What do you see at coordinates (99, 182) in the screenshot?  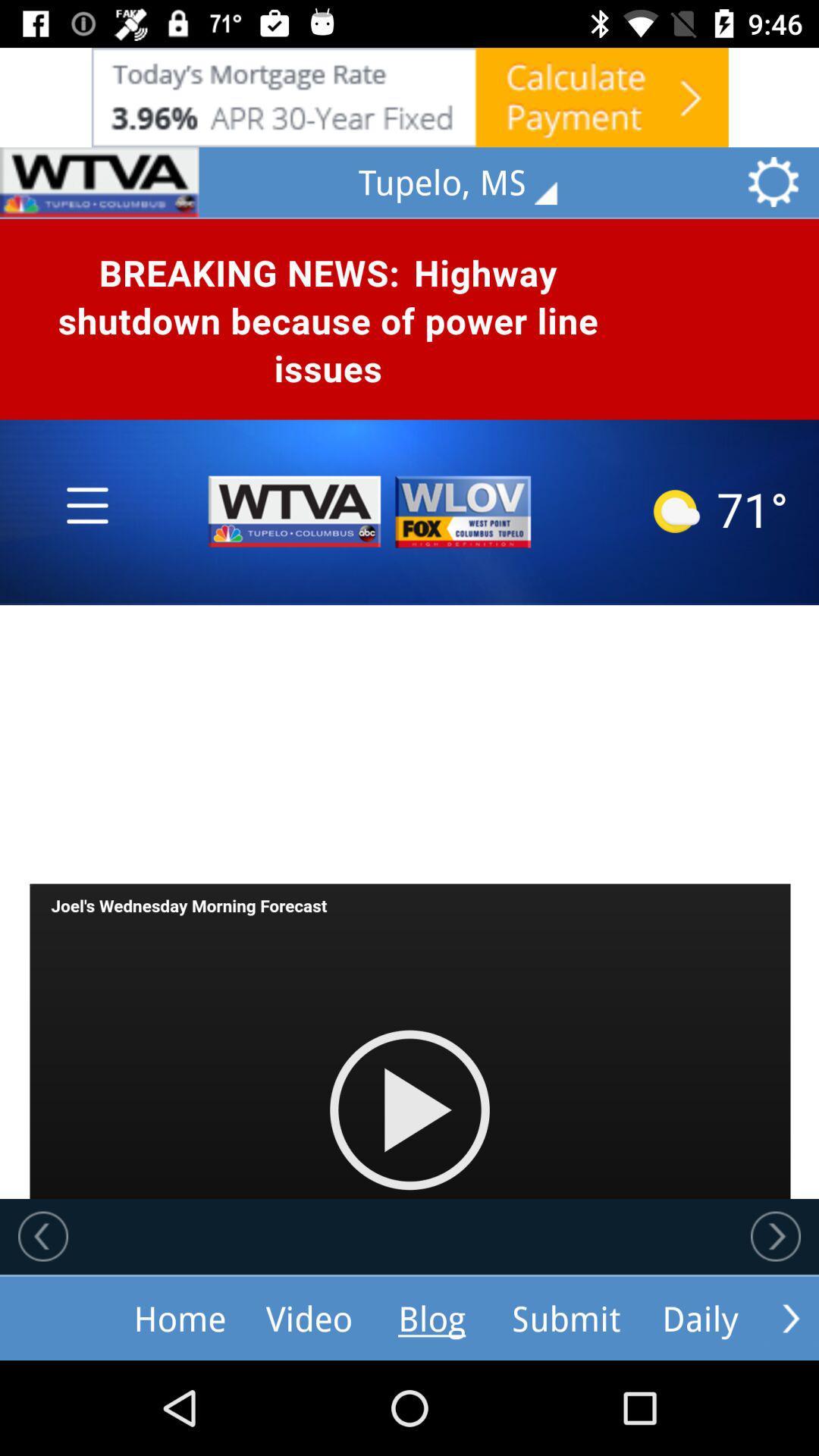 I see `wtva icon` at bounding box center [99, 182].